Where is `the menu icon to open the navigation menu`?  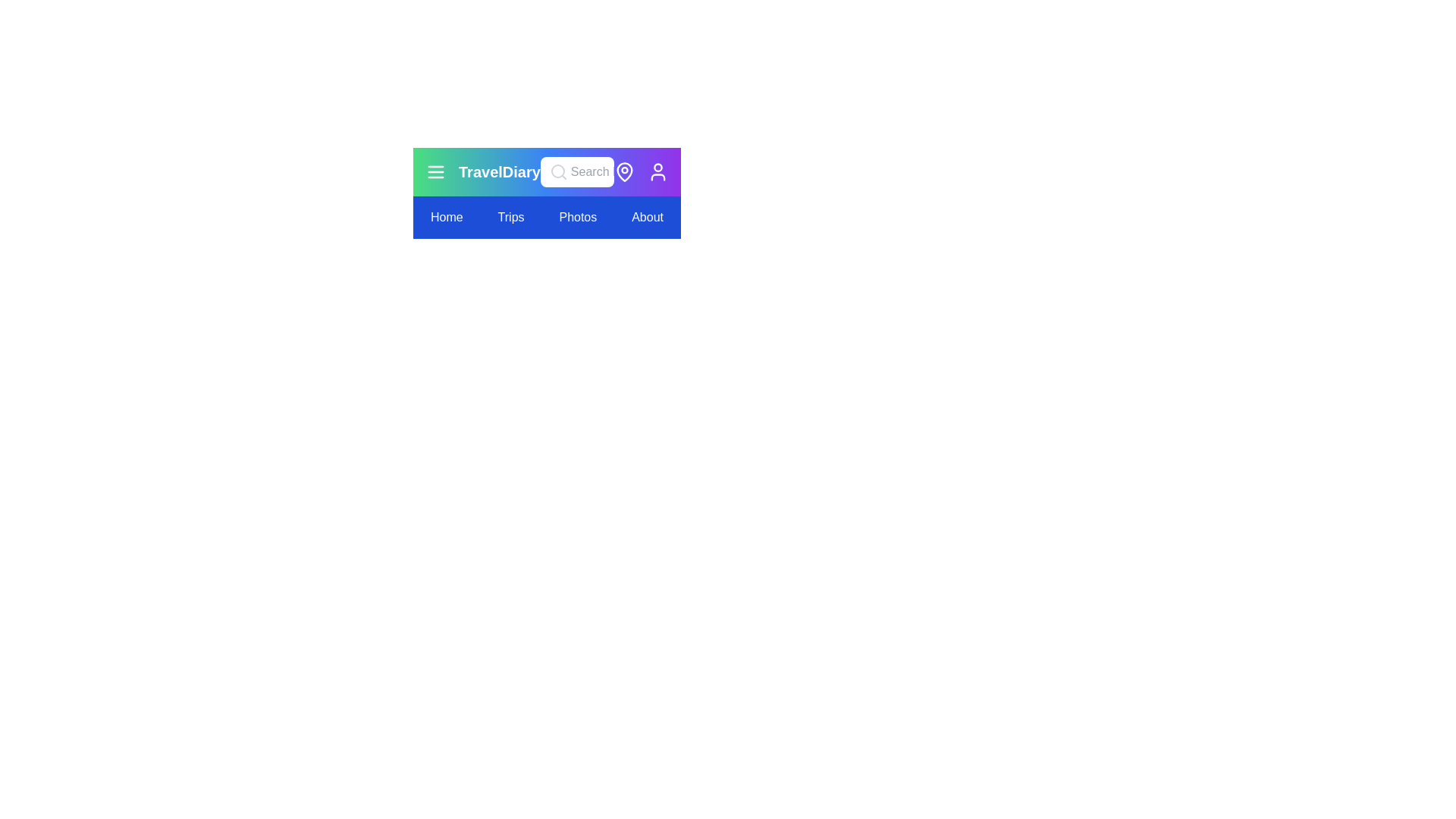 the menu icon to open the navigation menu is located at coordinates (435, 171).